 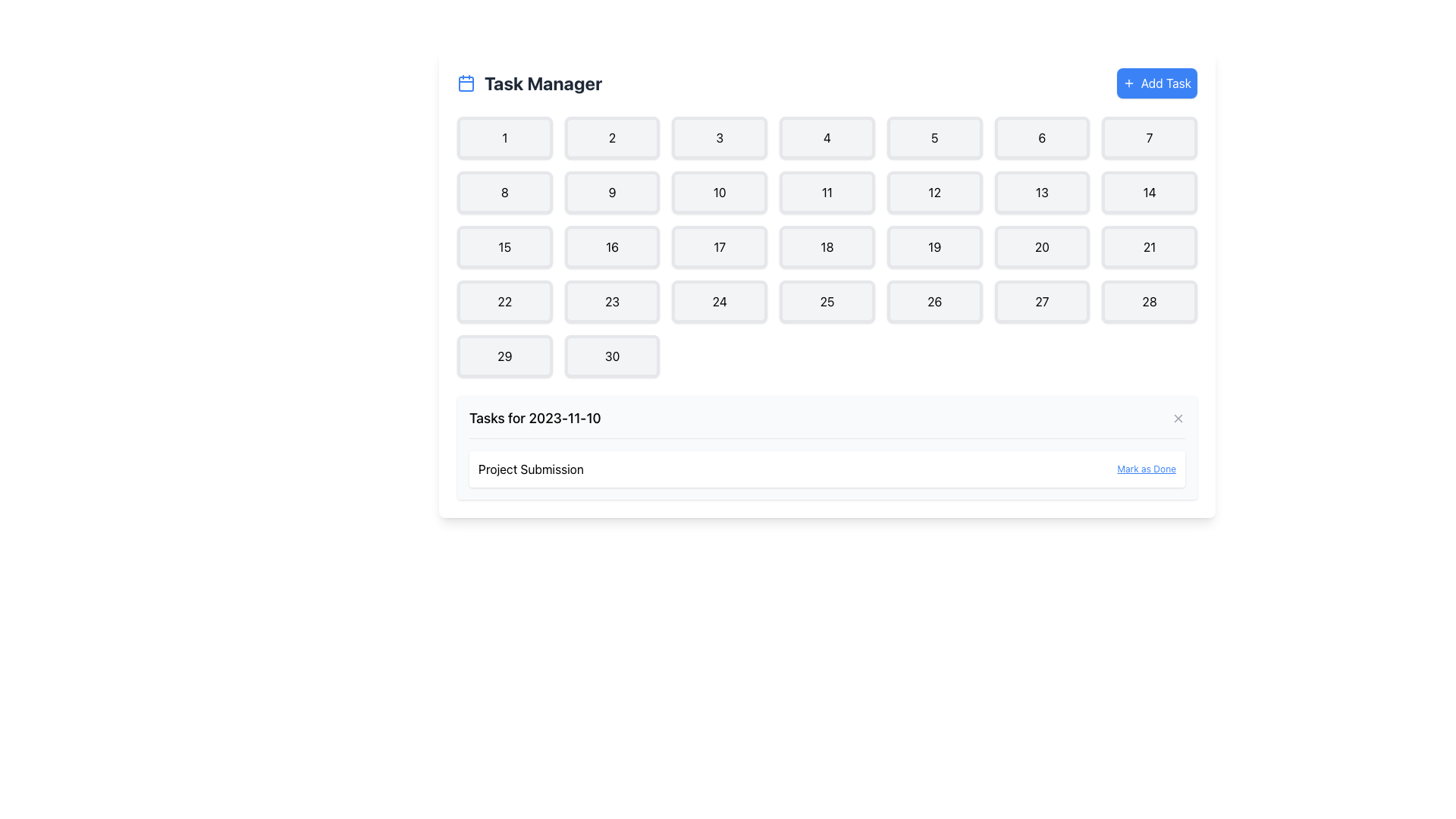 I want to click on the interactive calendar cell displaying the date '22' located in the fourth row and first column of the calendar grid under the 'Task Manager' header, so click(x=504, y=301).